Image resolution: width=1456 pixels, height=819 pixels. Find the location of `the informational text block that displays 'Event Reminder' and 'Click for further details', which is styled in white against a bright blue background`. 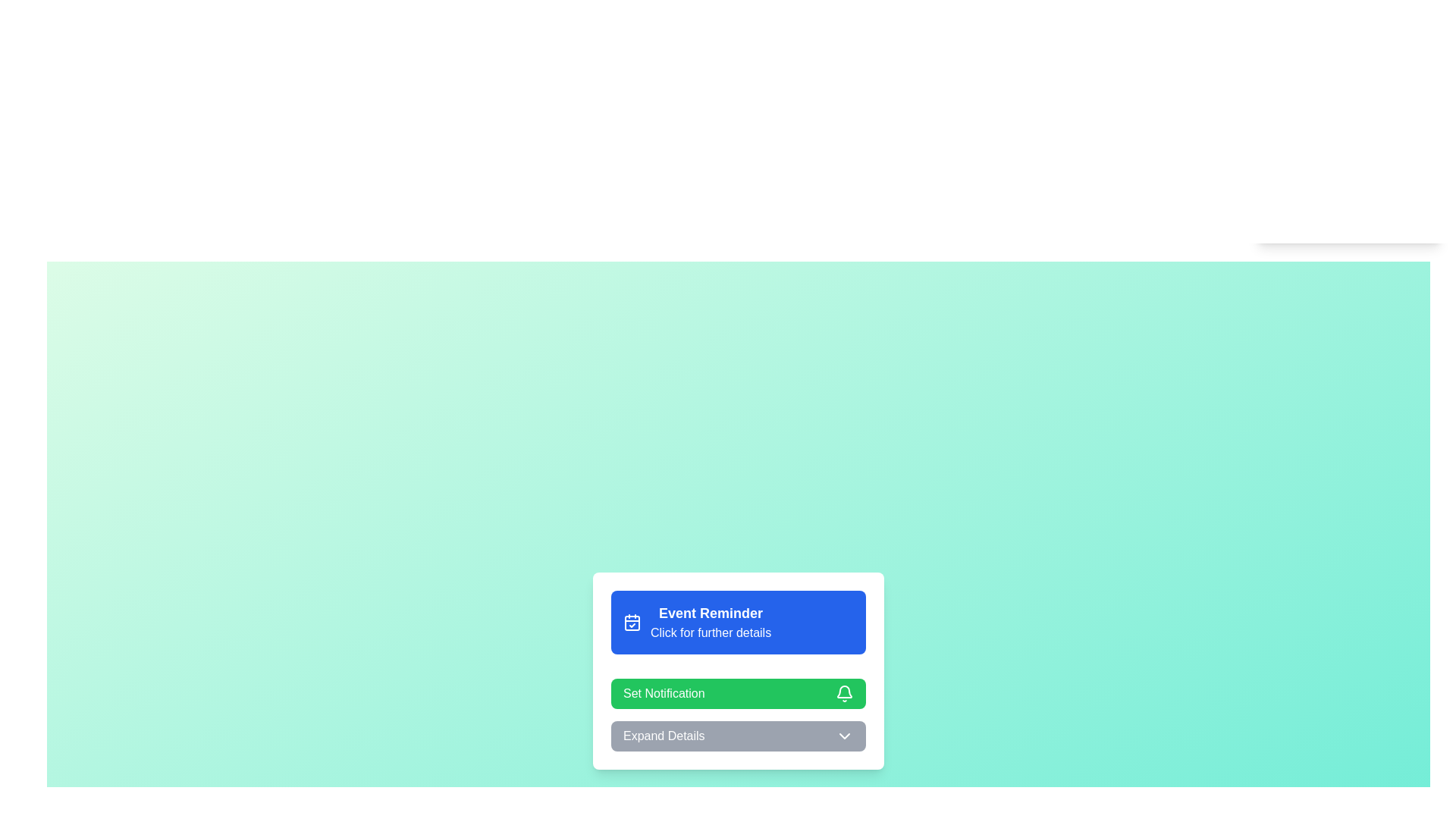

the informational text block that displays 'Event Reminder' and 'Click for further details', which is styled in white against a bright blue background is located at coordinates (710, 623).